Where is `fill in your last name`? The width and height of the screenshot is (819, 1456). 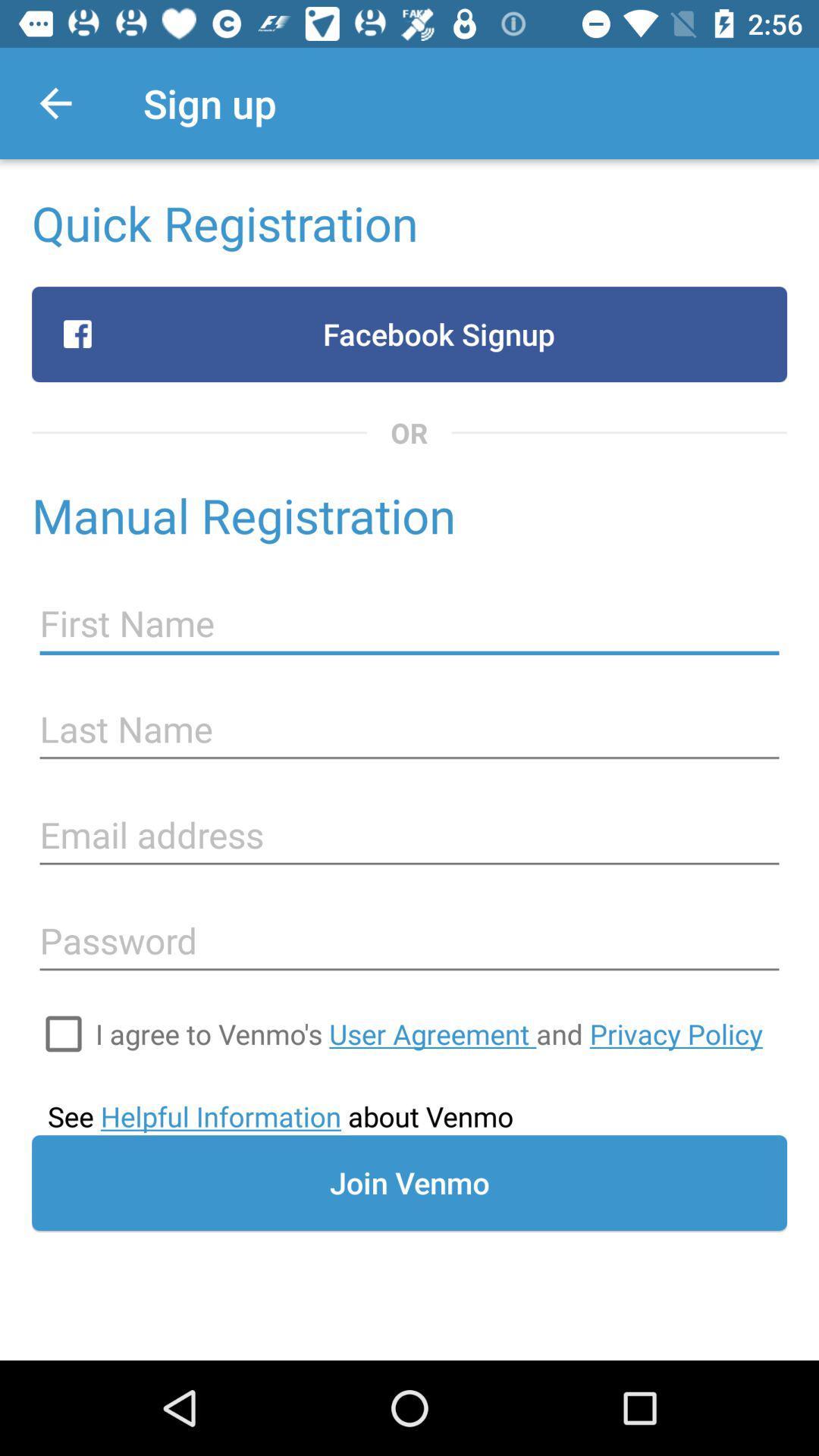
fill in your last name is located at coordinates (409, 730).